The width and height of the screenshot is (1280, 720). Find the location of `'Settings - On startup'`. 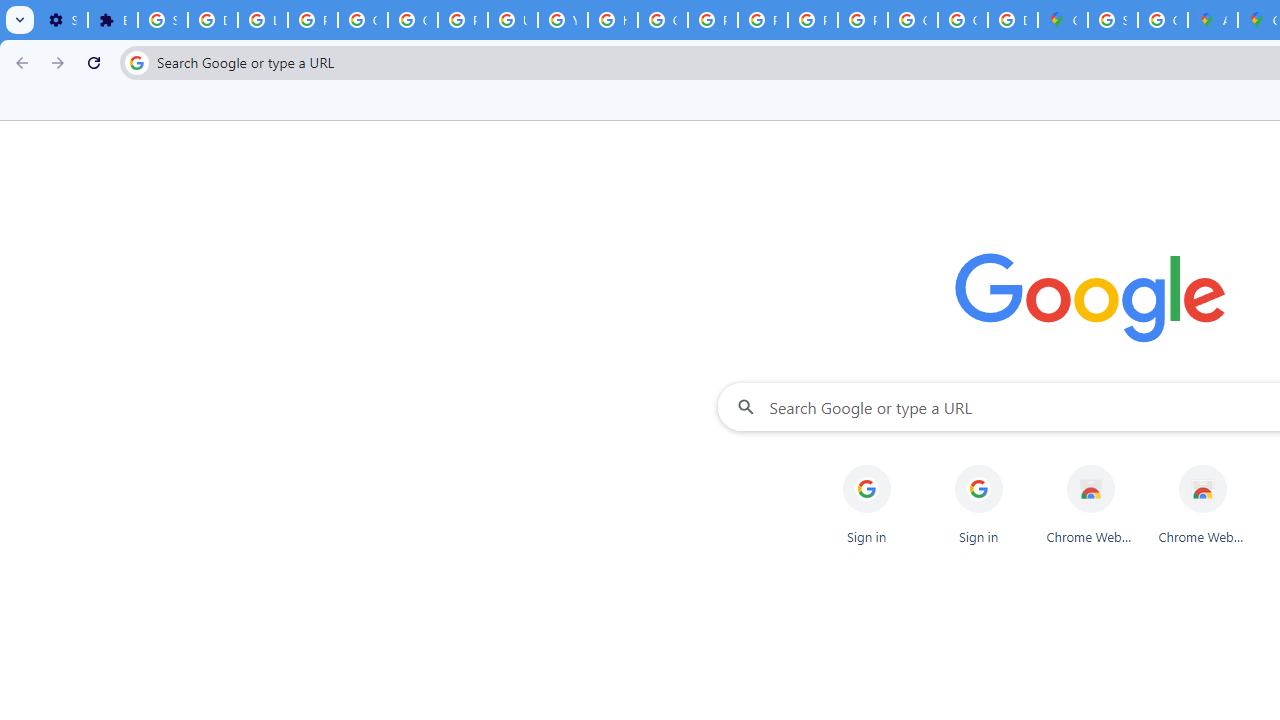

'Settings - On startup' is located at coordinates (62, 20).